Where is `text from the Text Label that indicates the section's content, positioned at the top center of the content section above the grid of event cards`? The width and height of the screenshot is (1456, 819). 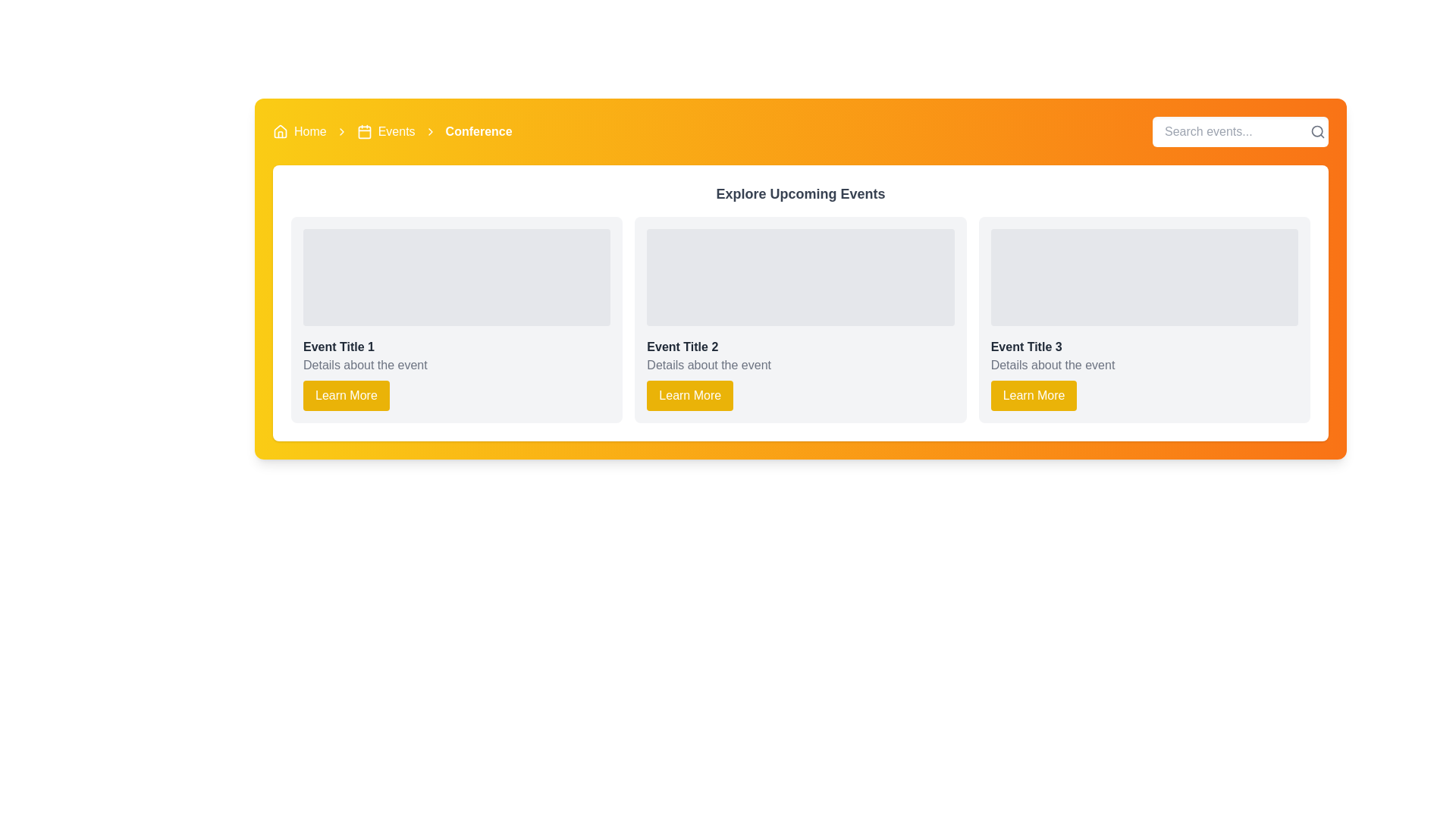
text from the Text Label that indicates the section's content, positioned at the top center of the content section above the grid of event cards is located at coordinates (800, 193).